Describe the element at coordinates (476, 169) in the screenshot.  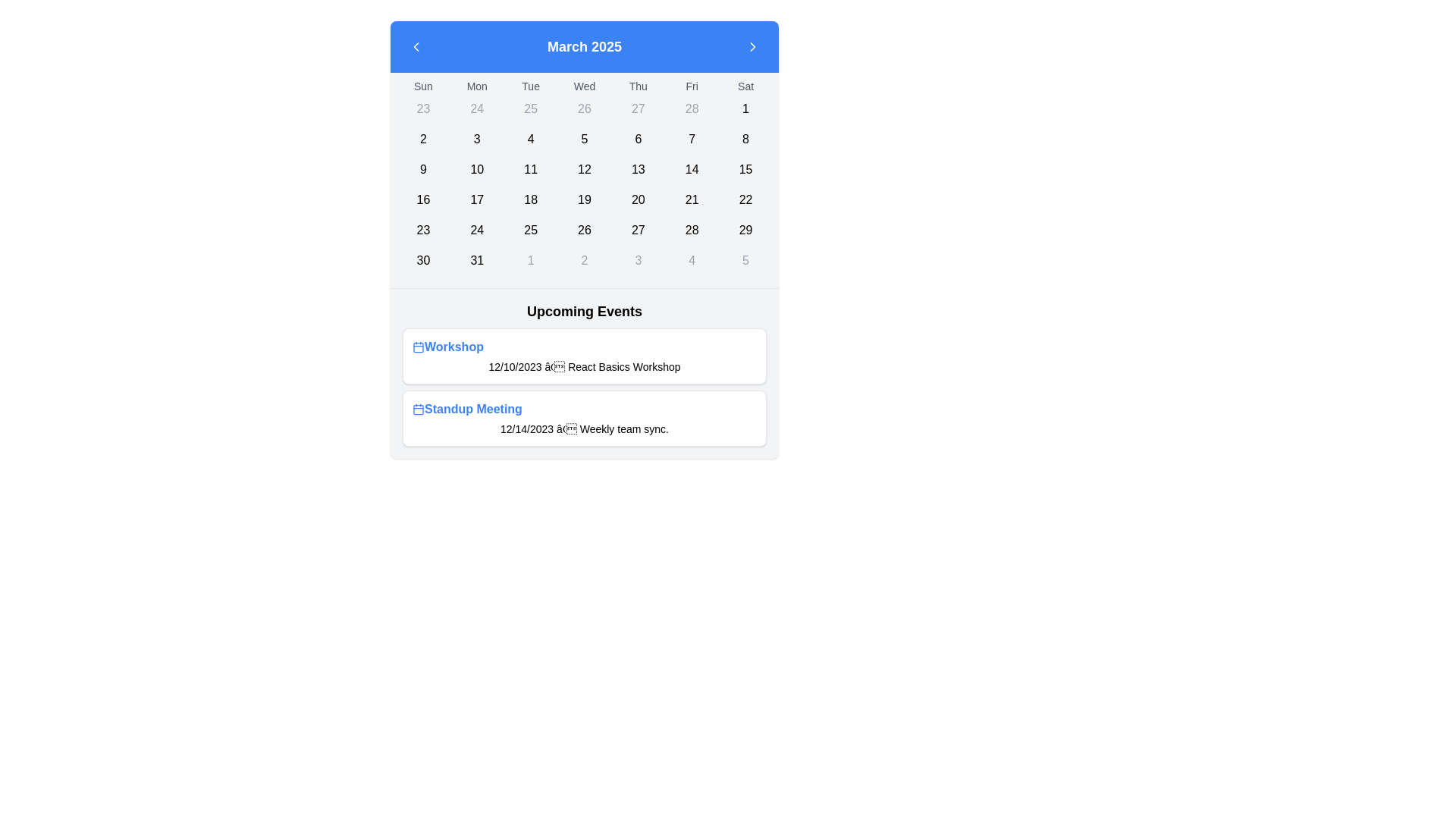
I see `the rectangular button with rounded borders that displays the number '10', located in the calendar widget under 'Mon'` at that location.